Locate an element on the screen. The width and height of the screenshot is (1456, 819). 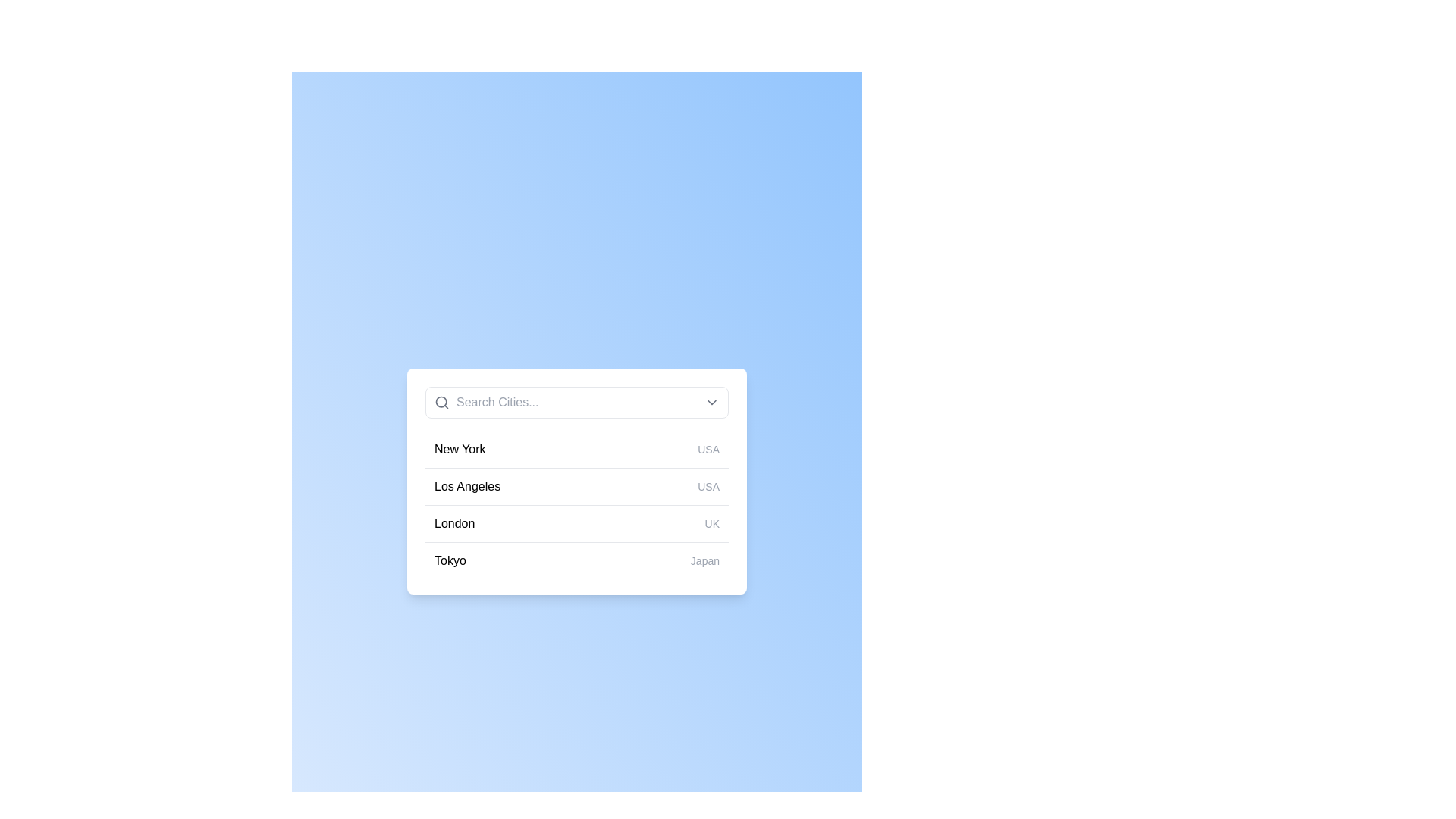
the interactive list item for 'Los Angeles, USA', which is the second row in the list of city-country pairs is located at coordinates (576, 486).